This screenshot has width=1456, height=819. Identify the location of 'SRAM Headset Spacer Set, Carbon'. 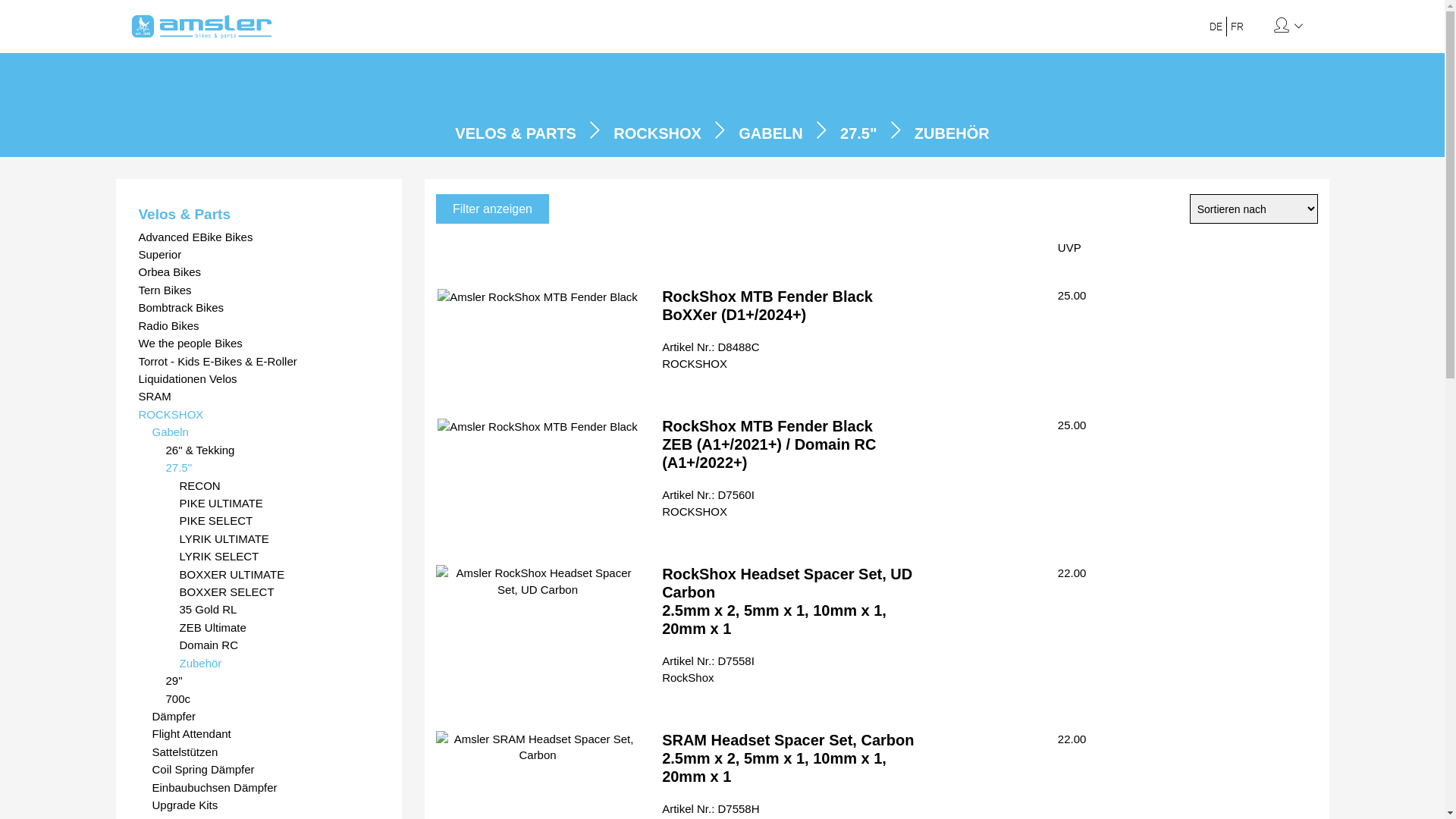
(435, 746).